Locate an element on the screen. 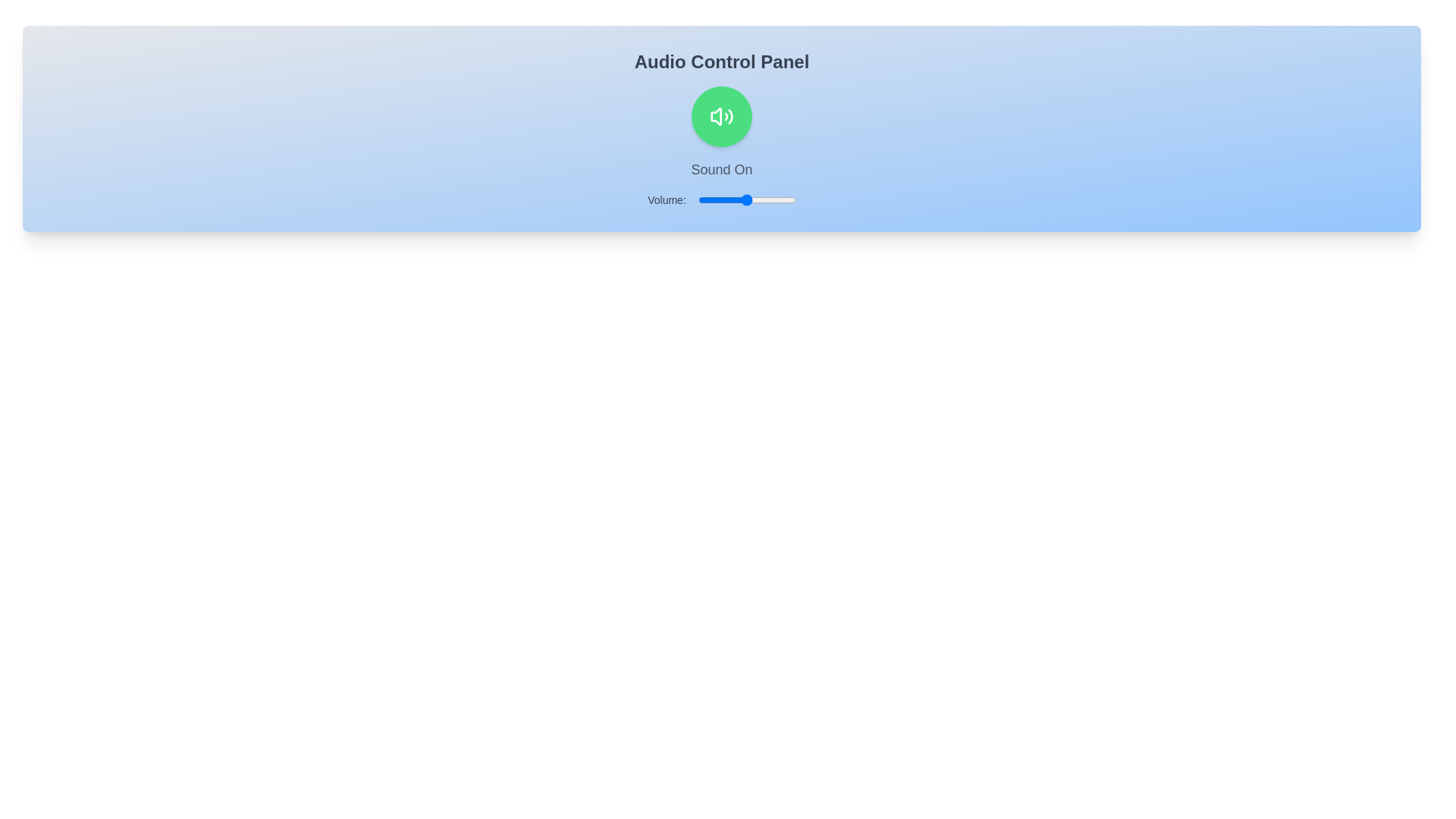 Image resolution: width=1456 pixels, height=819 pixels. the EnhancedAudioToggle button to toggle the mute/unmute state is located at coordinates (720, 116).